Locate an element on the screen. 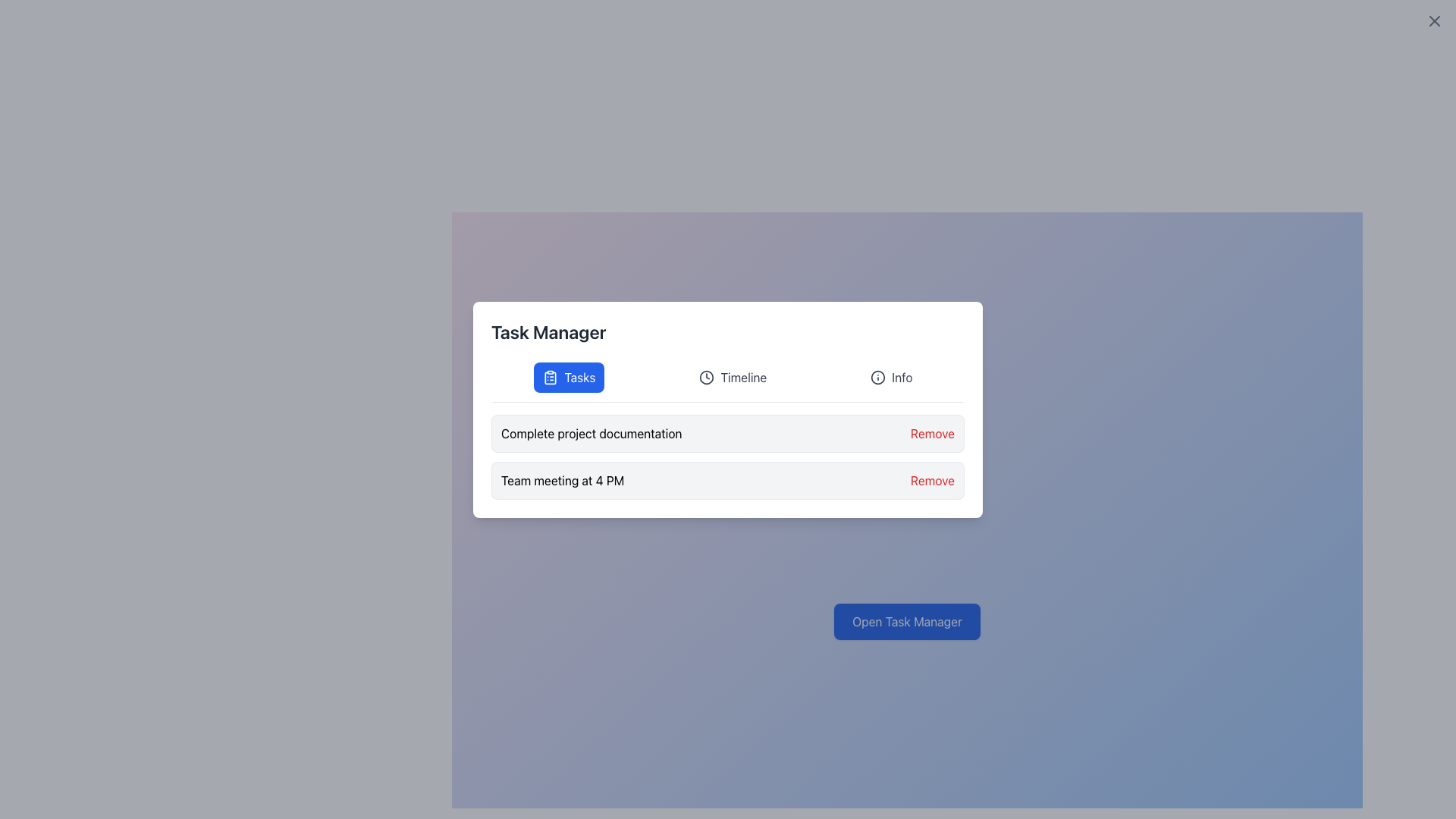  the 'Tasks' text label in the upper-left navigation bar is located at coordinates (579, 376).